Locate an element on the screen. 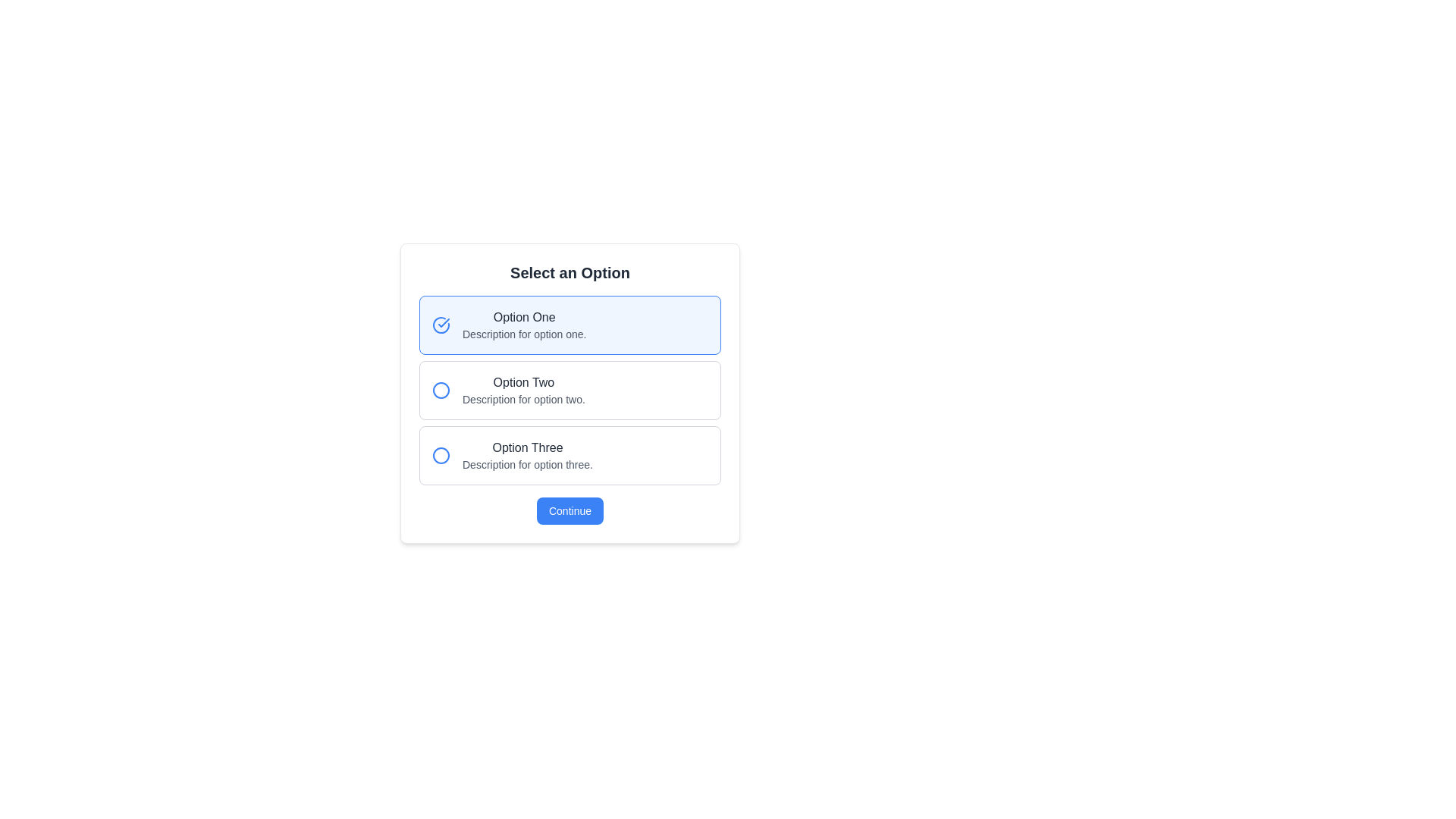 The height and width of the screenshot is (819, 1456). the bold, large static text reading 'Select an Option' located at the top of a white panel in the option selection interface is located at coordinates (570, 271).